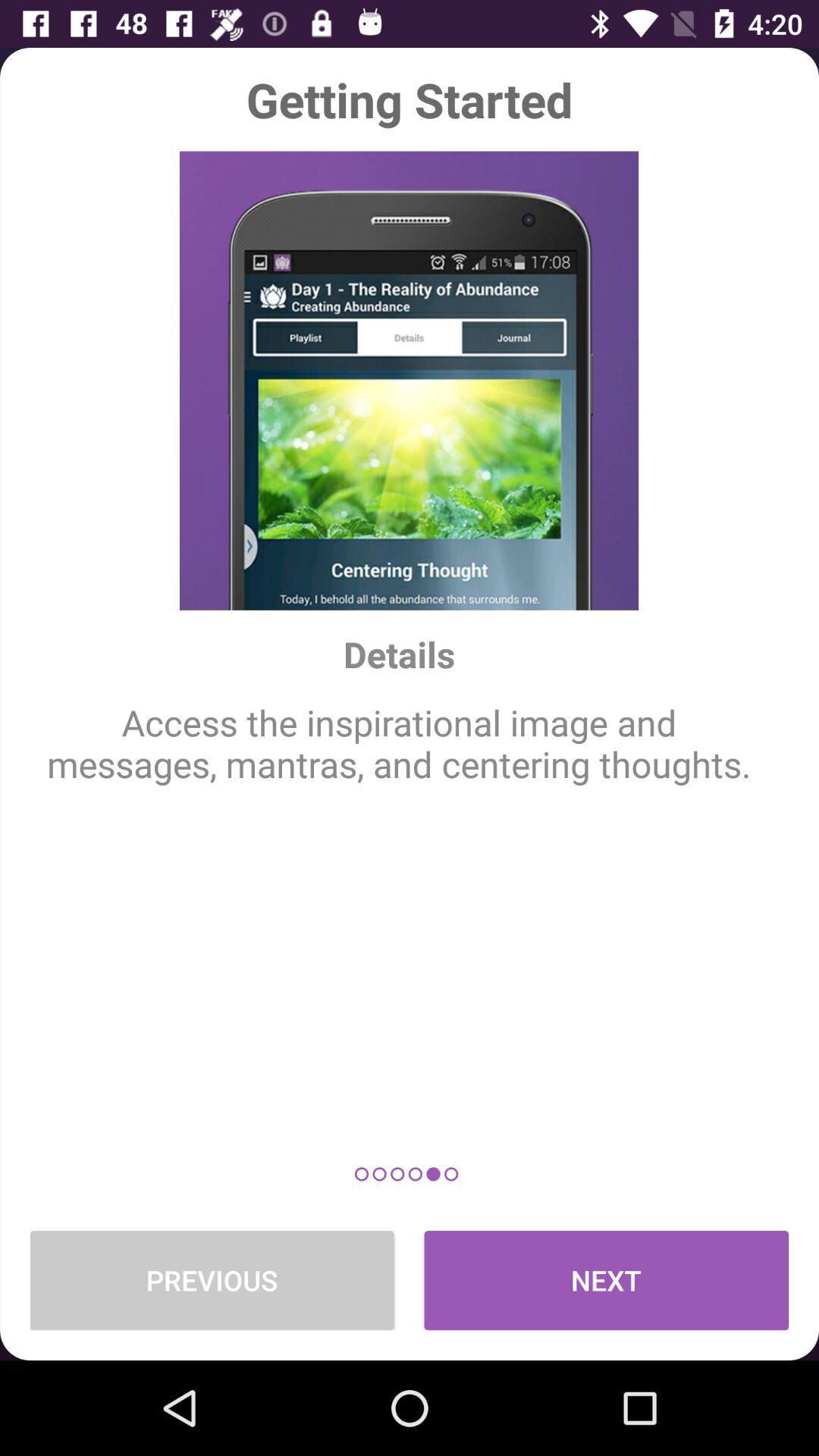  Describe the element at coordinates (212, 1279) in the screenshot. I see `icon to the left of the next icon` at that location.